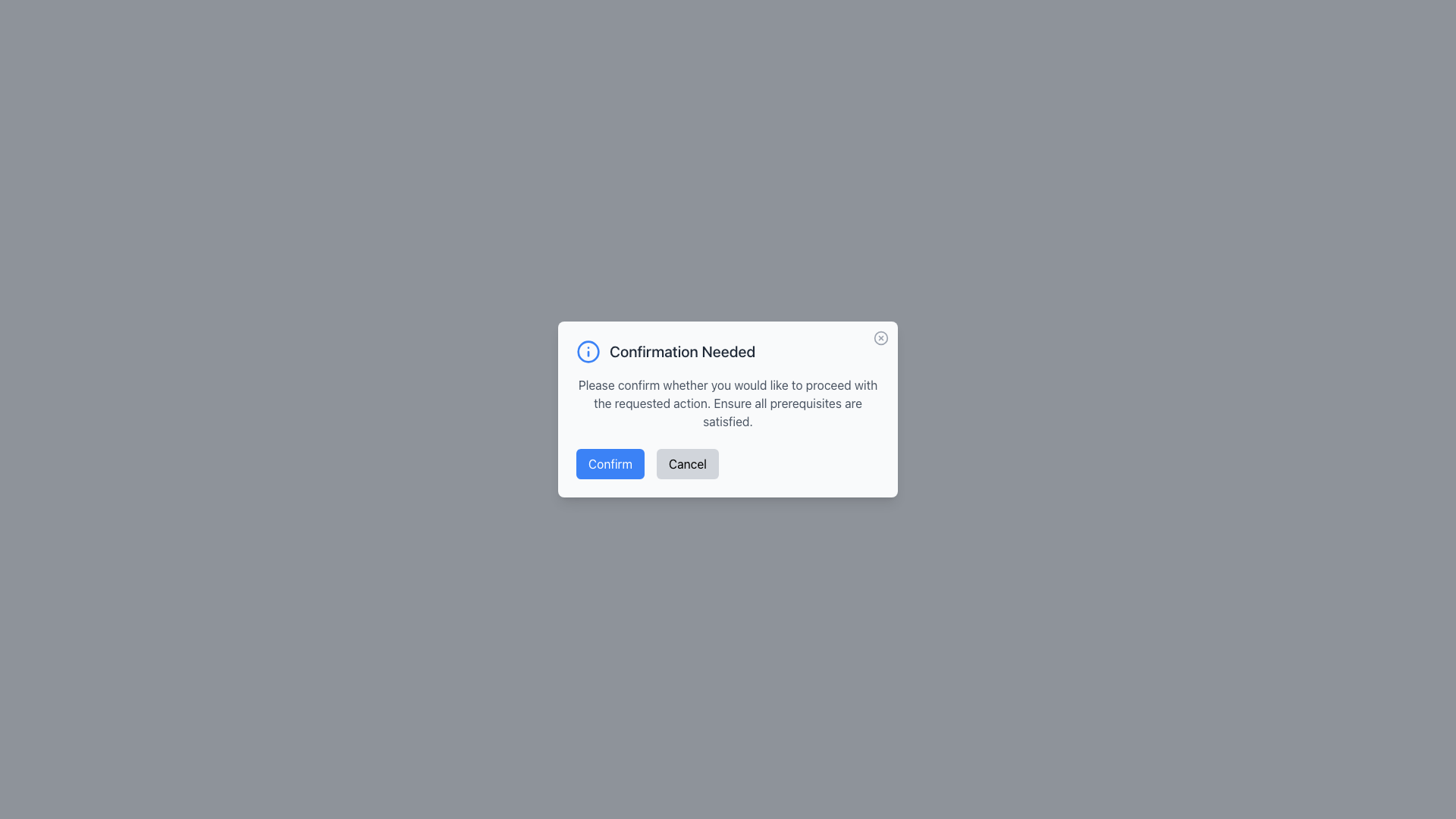 This screenshot has width=1456, height=819. I want to click on the circular informational icon with a blue border that features an 'i' symbol, located to the left of the text 'Confirmation Needed' in the confirmation dialog box, so click(588, 351).